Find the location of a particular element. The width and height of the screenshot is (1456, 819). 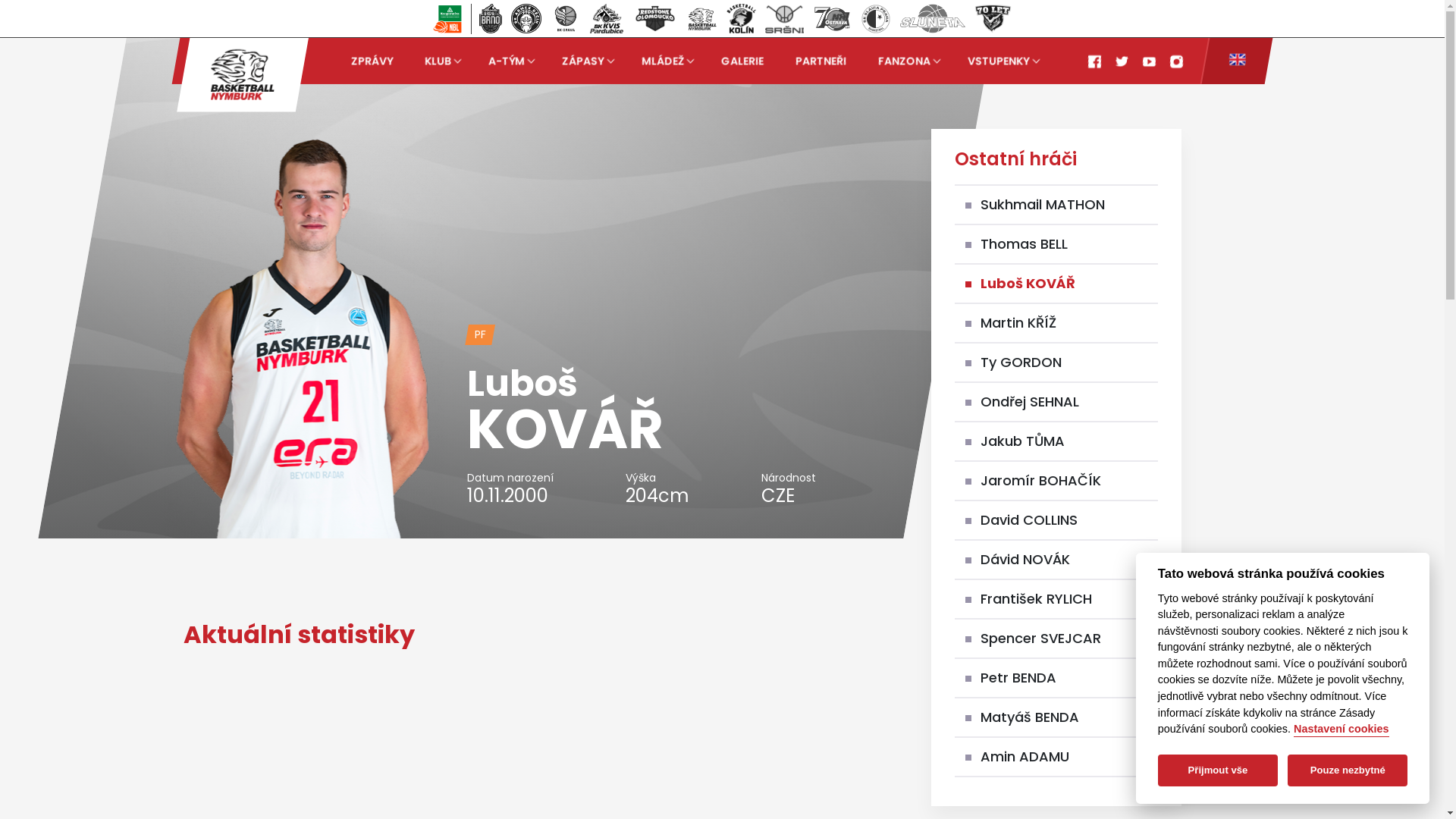

'FANZONA' is located at coordinates (877, 60).